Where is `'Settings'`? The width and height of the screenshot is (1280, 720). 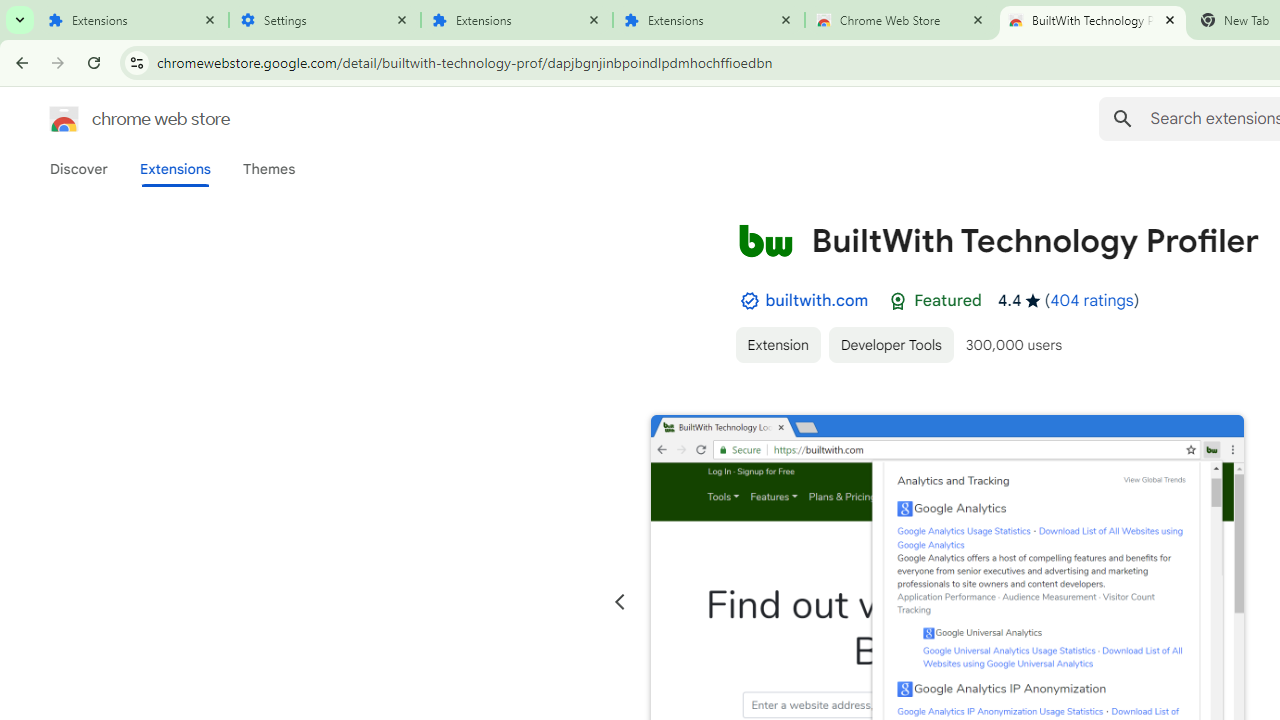 'Settings' is located at coordinates (325, 20).